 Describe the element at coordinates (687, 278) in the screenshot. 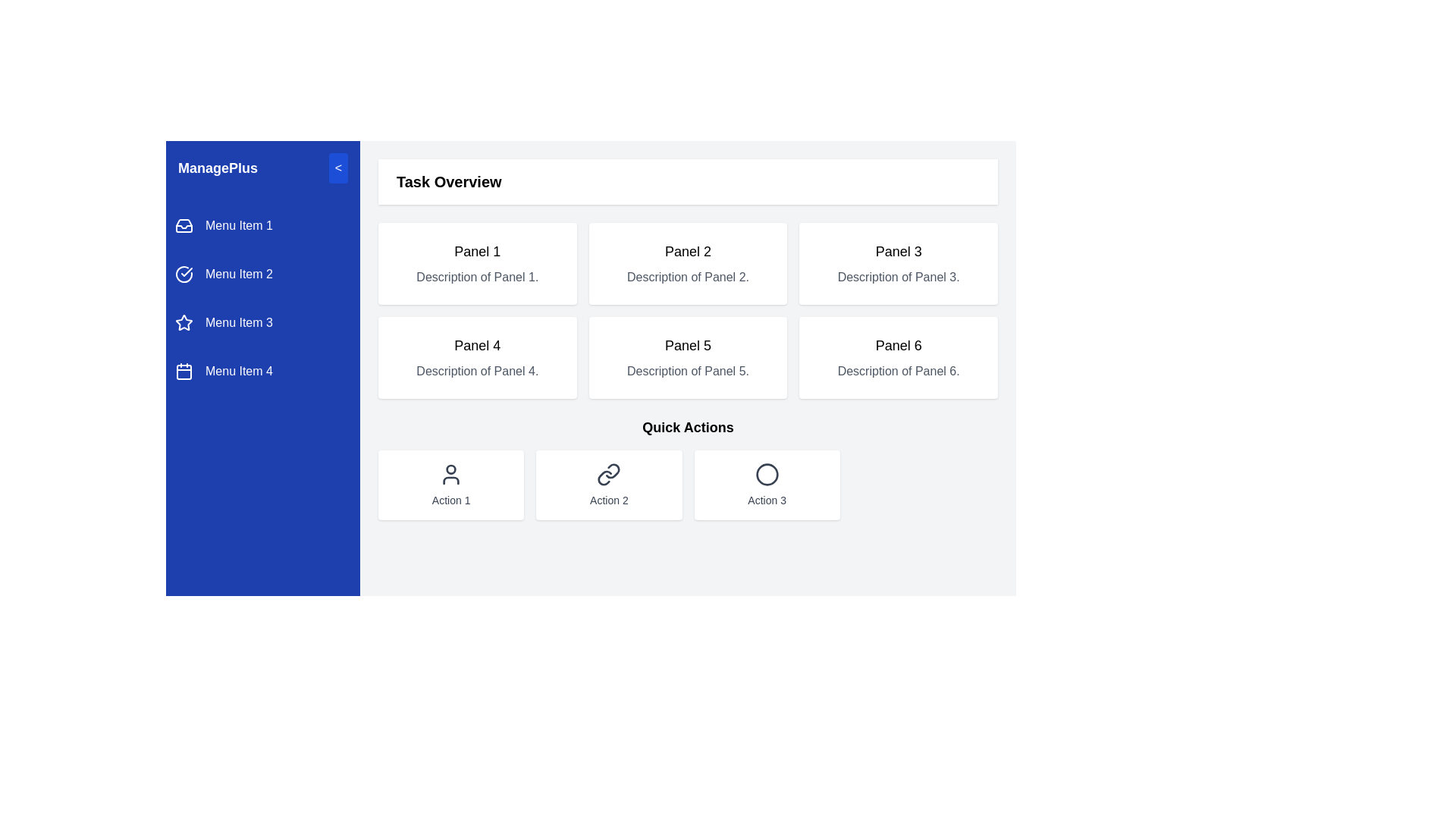

I see `the label reading 'Description of Panel 2' which is styled with a gray font, located in the lower region of the card labeled 'Panel 2' in a 2x3 grid layout` at that location.